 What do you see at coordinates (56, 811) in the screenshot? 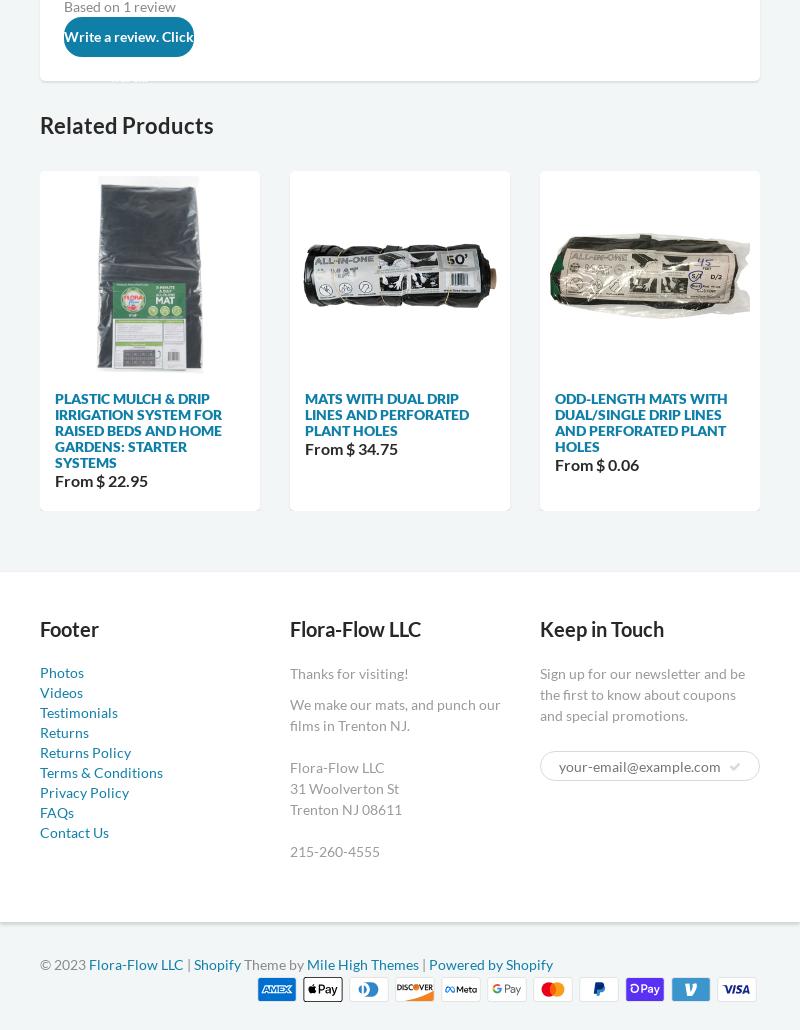
I see `'FAQs'` at bounding box center [56, 811].